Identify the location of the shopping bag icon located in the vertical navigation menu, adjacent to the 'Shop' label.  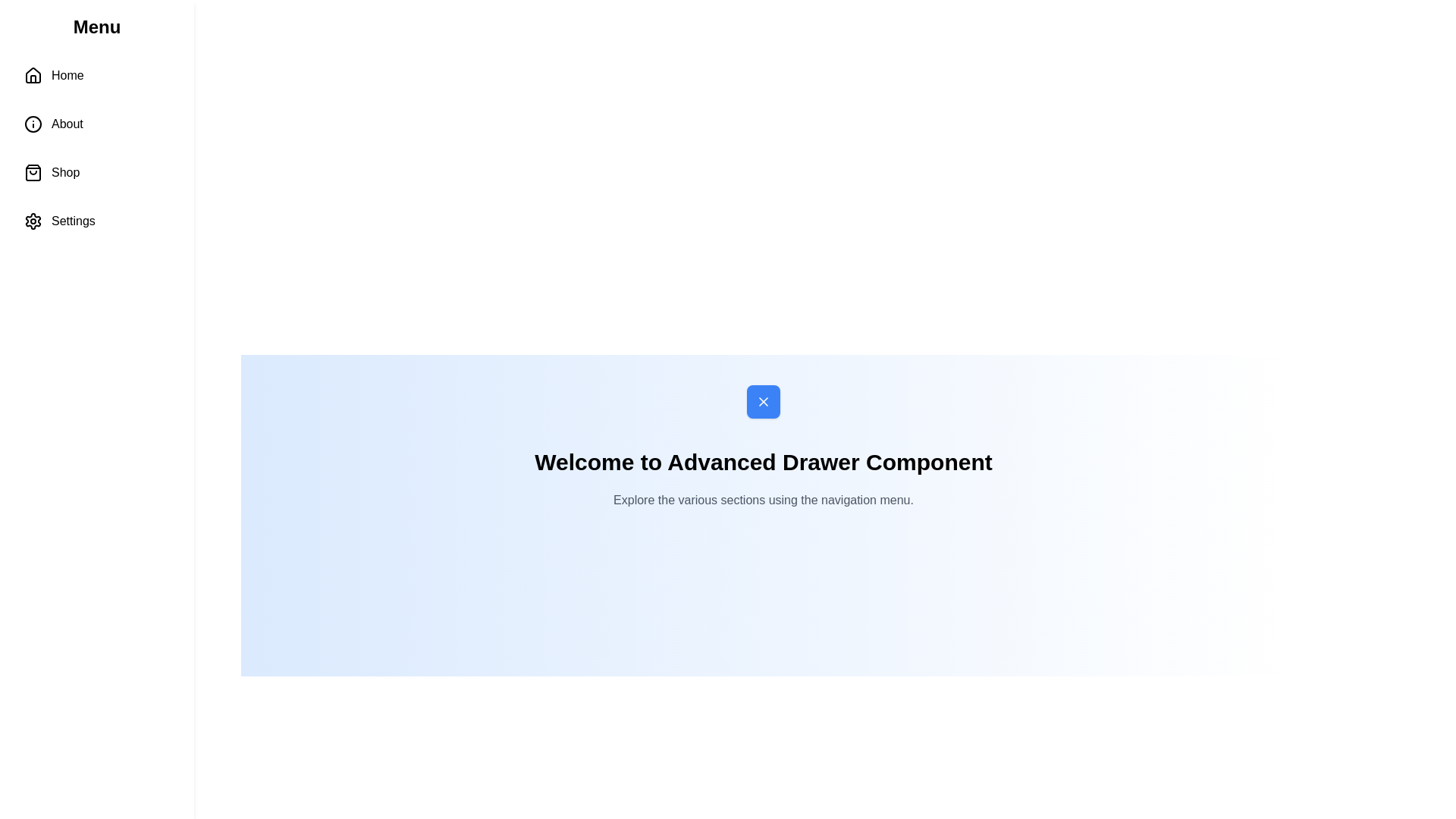
(33, 171).